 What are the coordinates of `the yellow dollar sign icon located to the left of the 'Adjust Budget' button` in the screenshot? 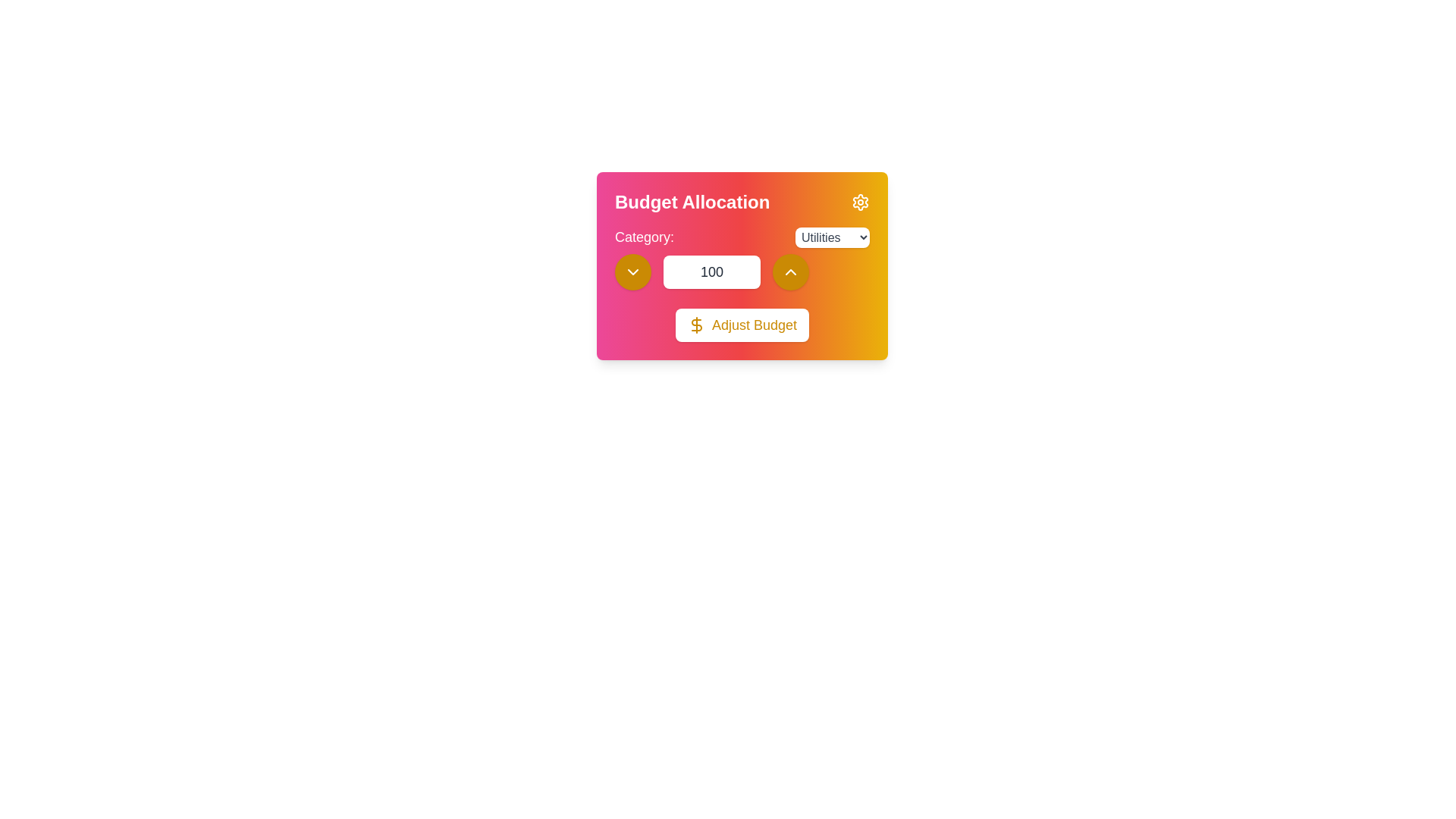 It's located at (695, 324).